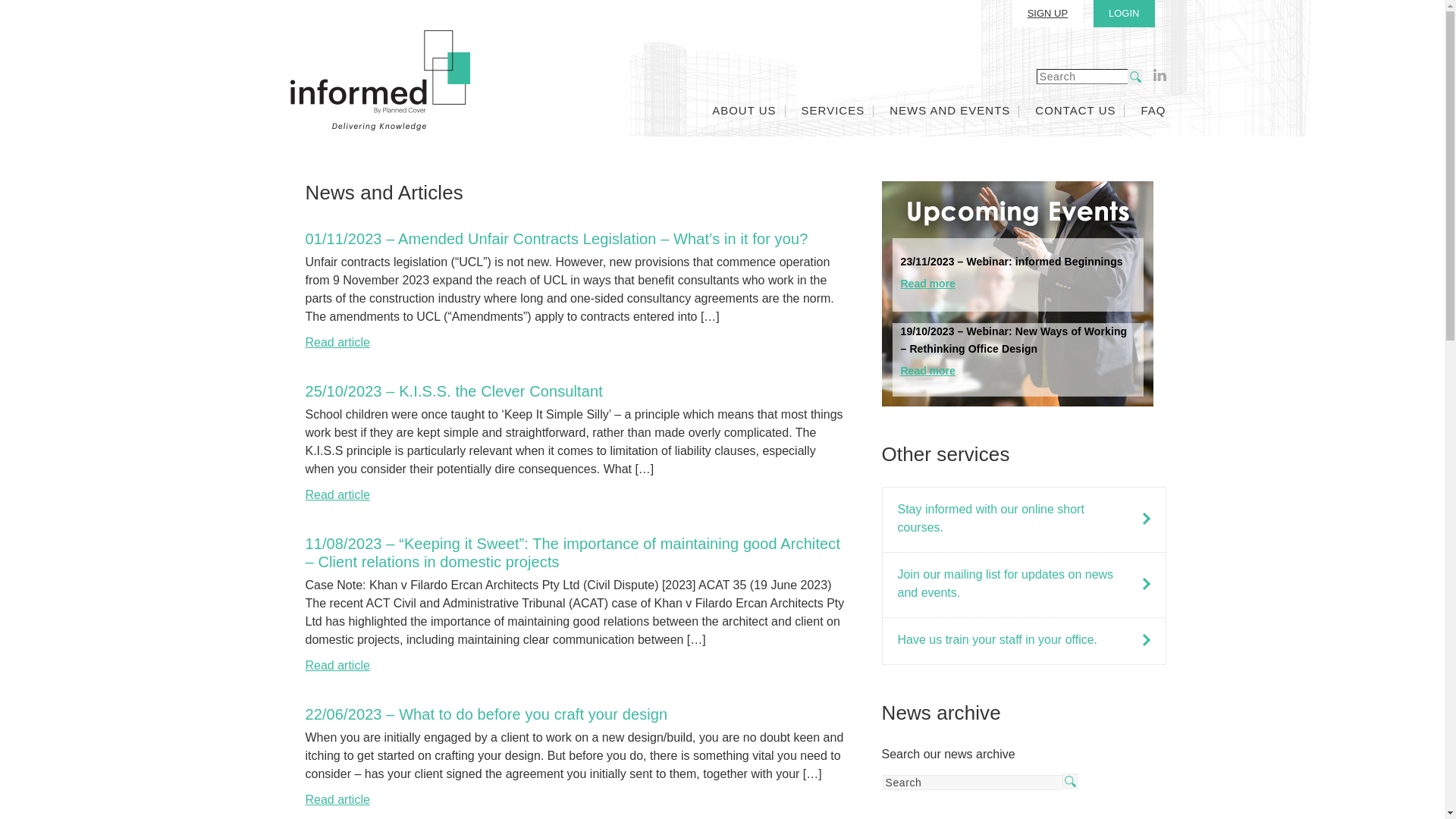 Image resolution: width=1456 pixels, height=819 pixels. I want to click on 'Stay informed with our online short courses.', so click(1015, 519).